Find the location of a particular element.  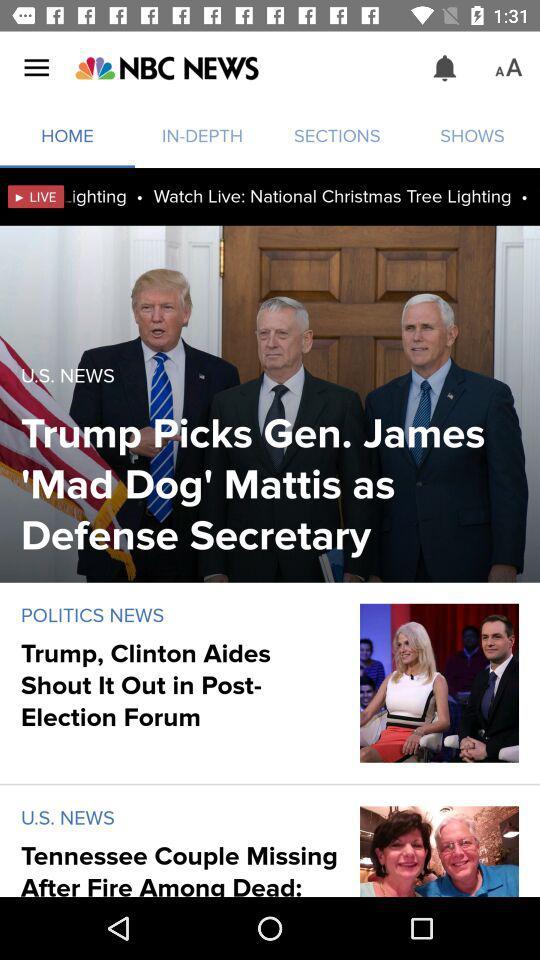

the font icon is located at coordinates (508, 68).